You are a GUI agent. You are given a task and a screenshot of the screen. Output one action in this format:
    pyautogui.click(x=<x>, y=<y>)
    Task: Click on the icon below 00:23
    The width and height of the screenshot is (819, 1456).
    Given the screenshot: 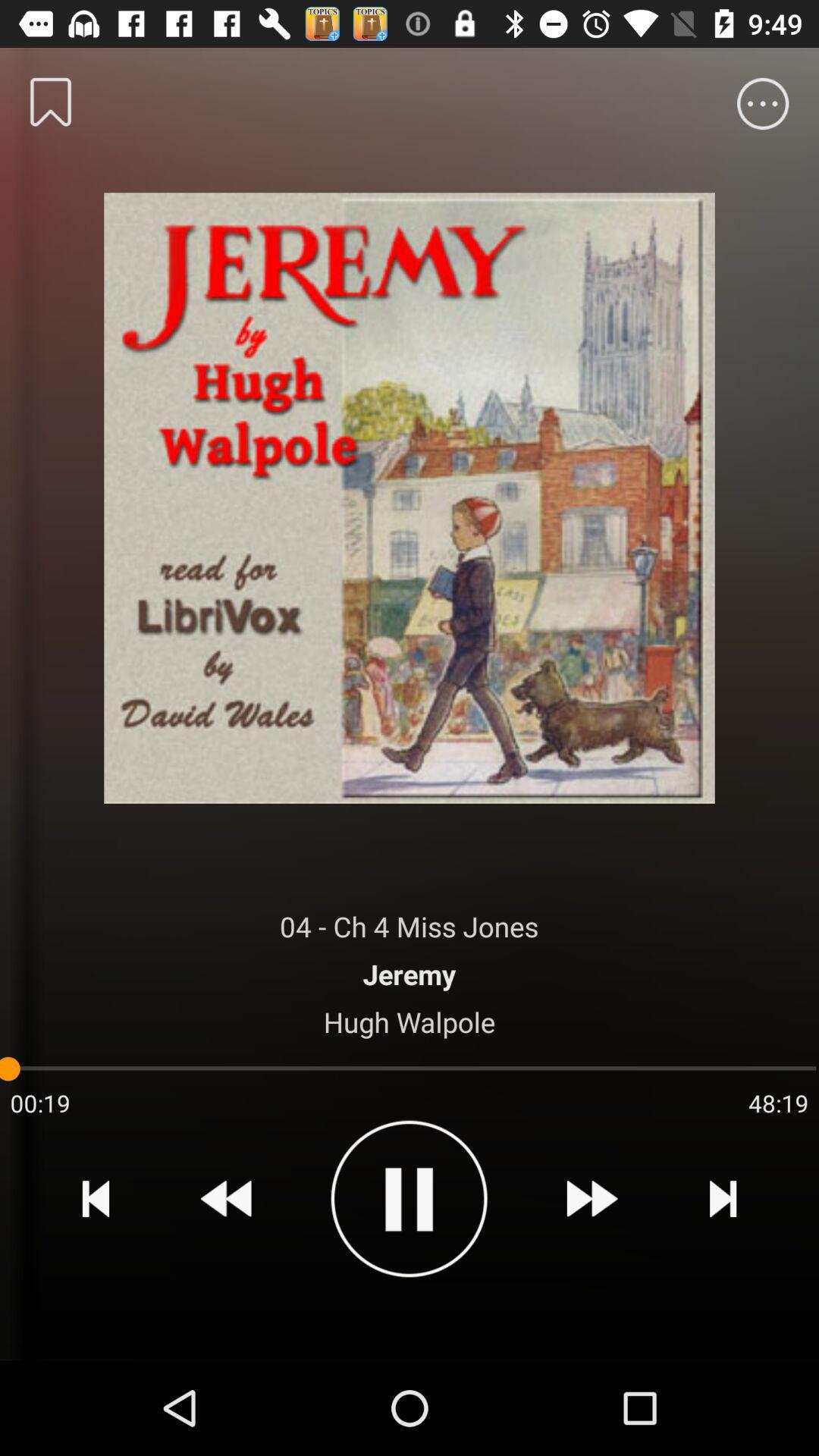 What is the action you would take?
    pyautogui.click(x=96, y=1197)
    